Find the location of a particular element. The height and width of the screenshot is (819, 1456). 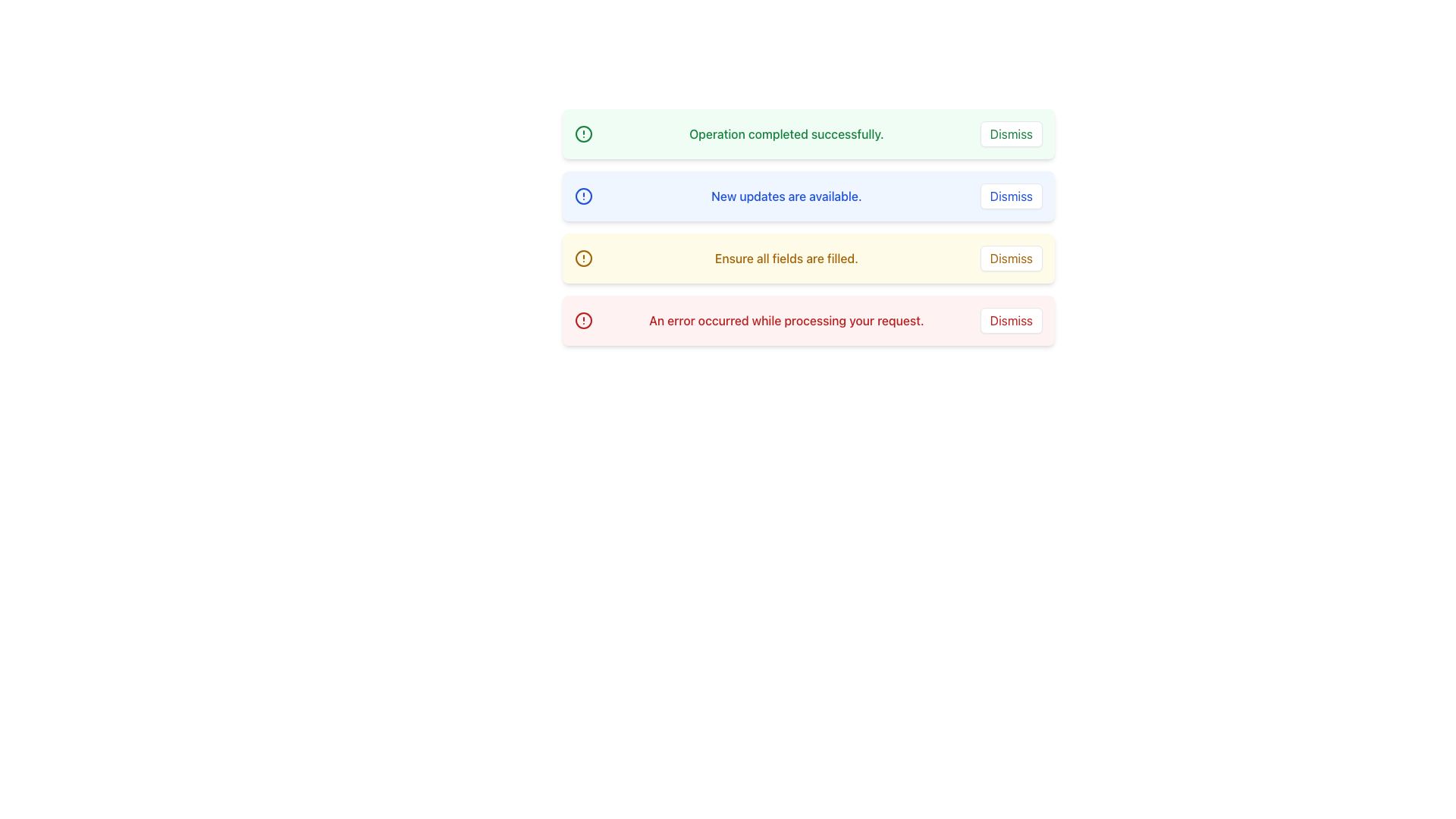

the 'Dismiss' button within the blue notification box that contains the message 'New updates are available.' is located at coordinates (1011, 195).